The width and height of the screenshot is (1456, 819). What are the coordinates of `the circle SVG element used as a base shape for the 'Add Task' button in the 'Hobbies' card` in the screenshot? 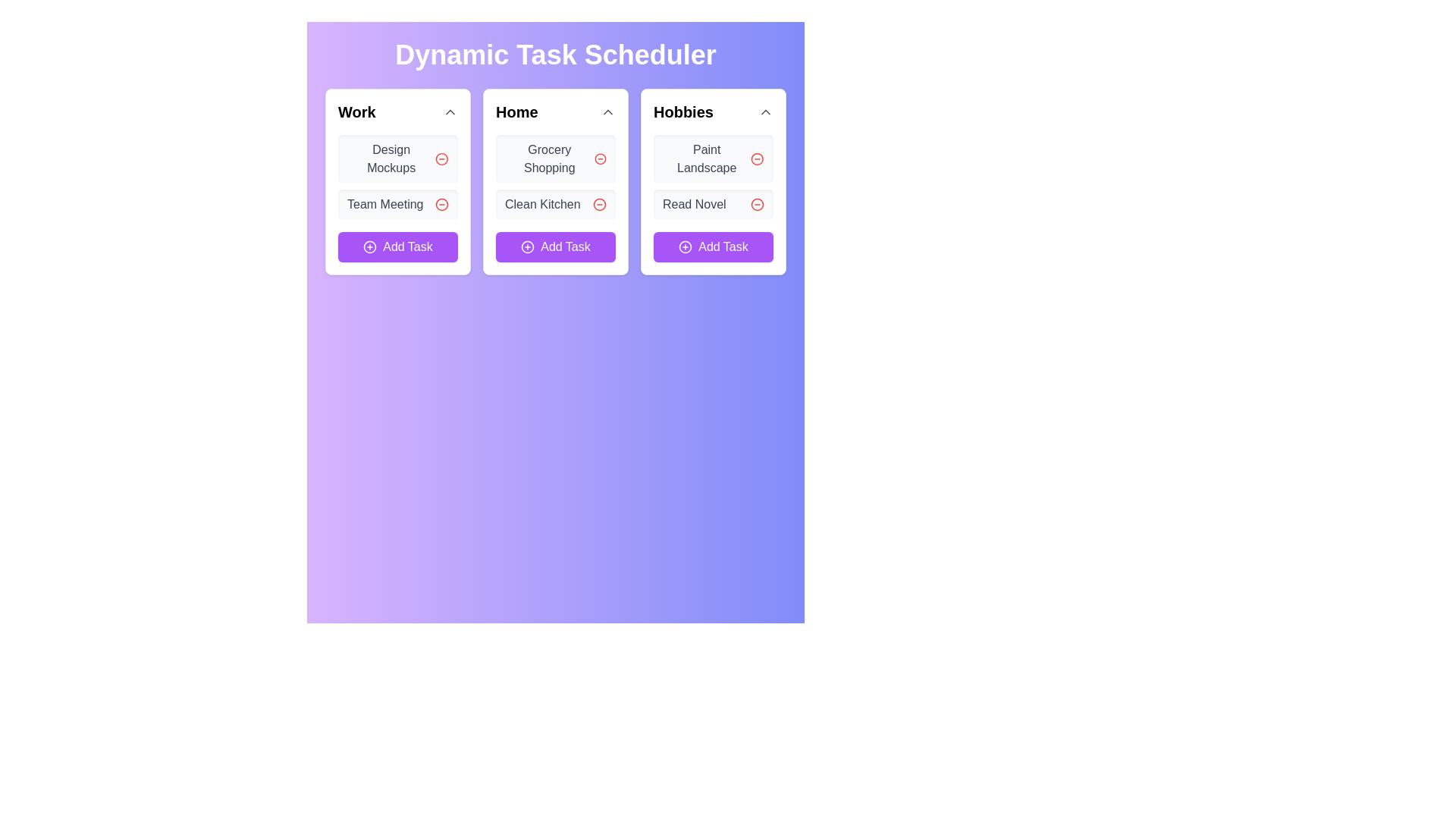 It's located at (685, 246).